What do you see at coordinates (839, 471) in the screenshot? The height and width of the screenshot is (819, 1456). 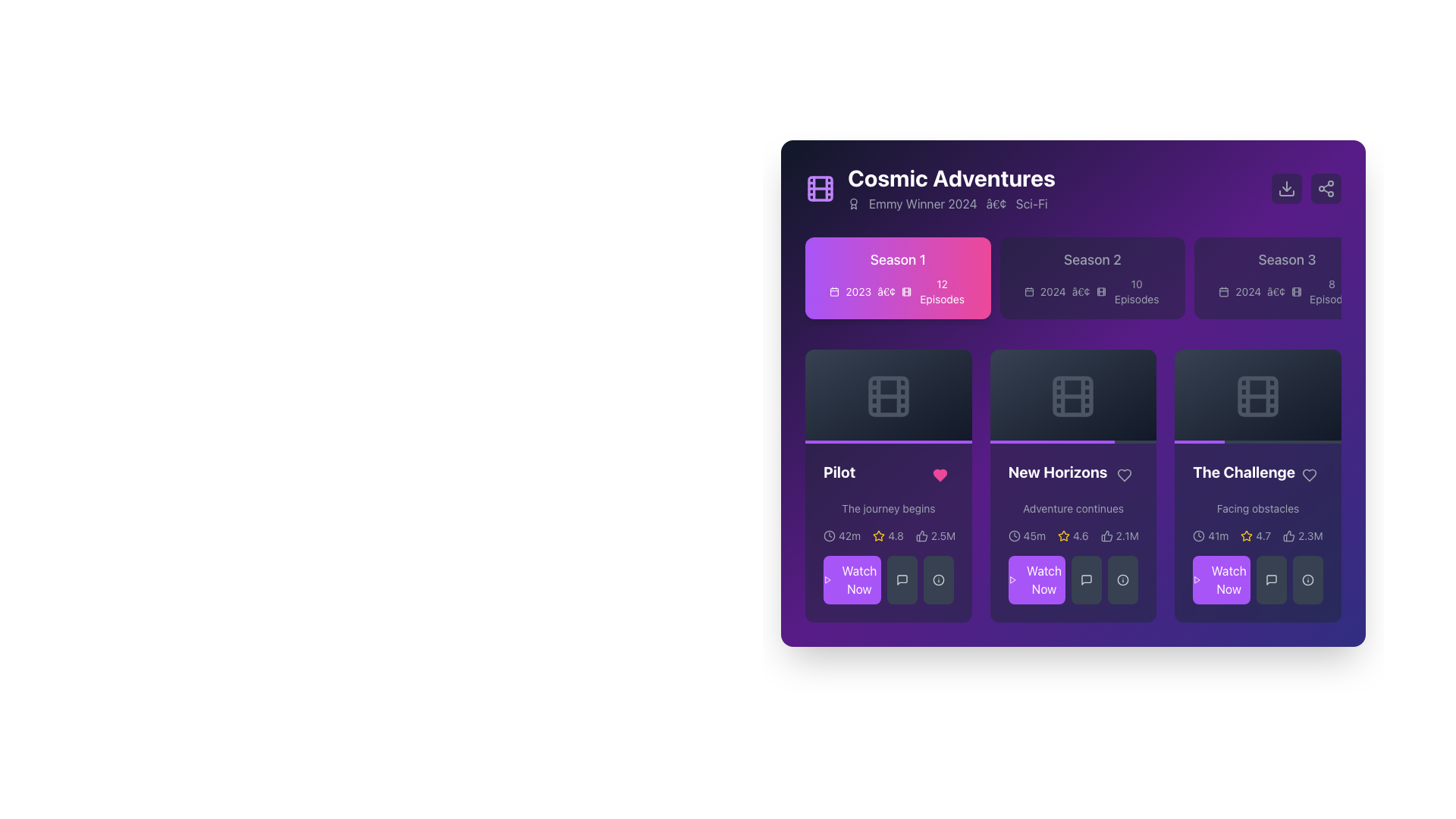 I see `the text label reading 'Pilot', which is styled with bold, white, extra-large font and is located above the phrase 'The journey begins' in the 'Cosmic Adventures' section` at bounding box center [839, 471].